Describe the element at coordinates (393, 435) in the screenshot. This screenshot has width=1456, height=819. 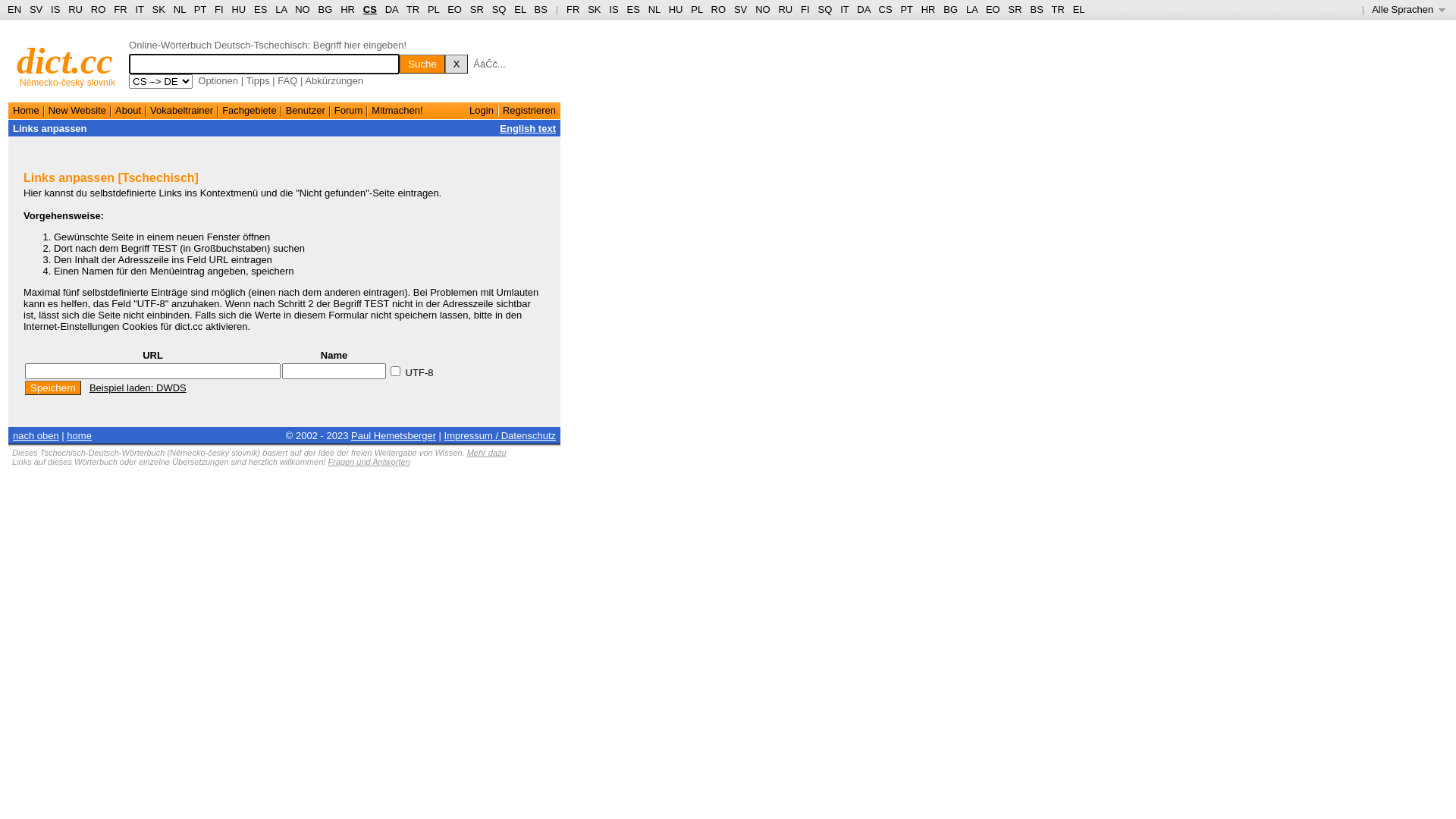
I see `'Paul Hemetsberger'` at that location.